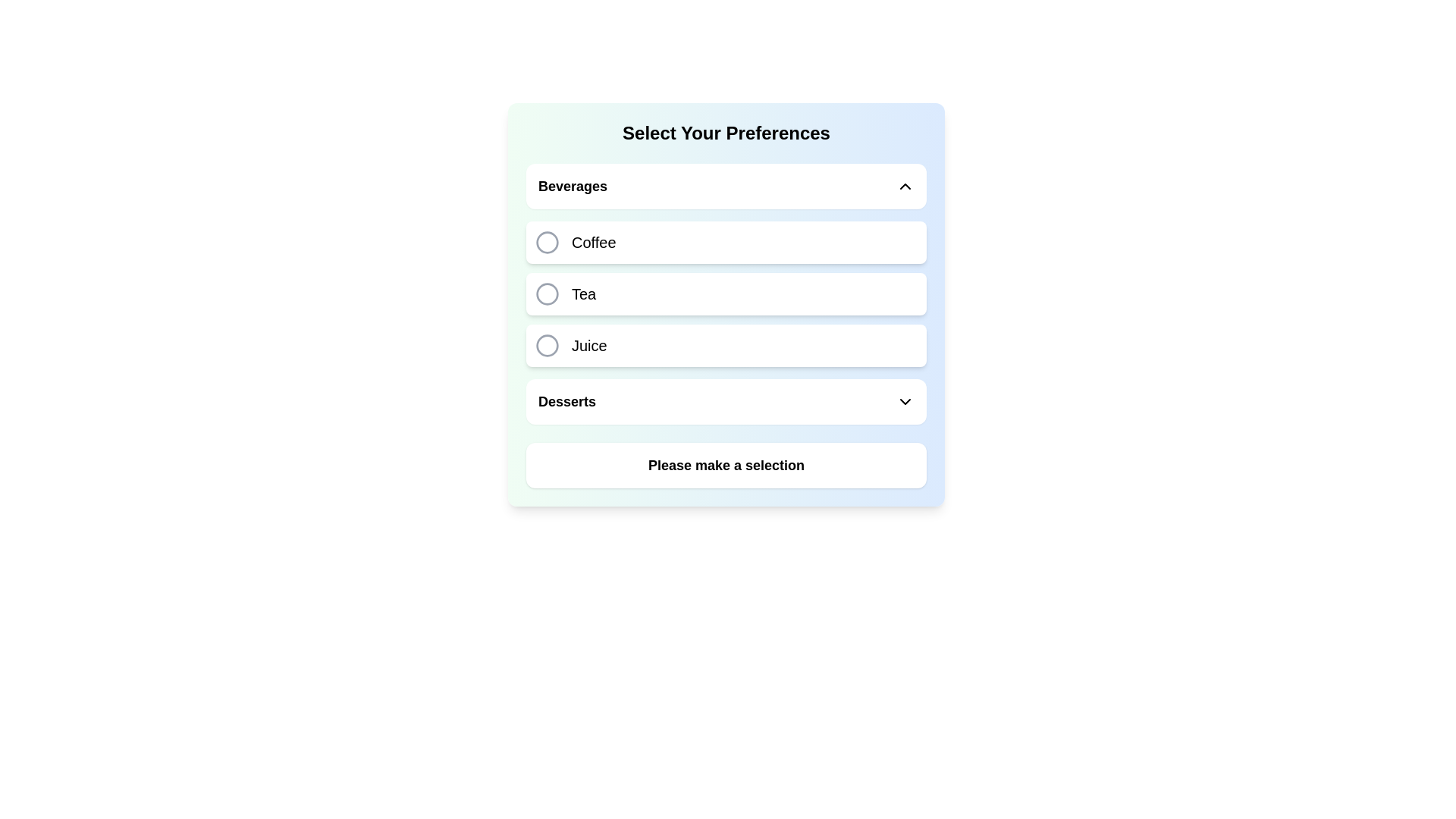 This screenshot has width=1456, height=819. I want to click on the radio button labeled 'Juice' in the 'Select Your Preferences' form, so click(546, 345).